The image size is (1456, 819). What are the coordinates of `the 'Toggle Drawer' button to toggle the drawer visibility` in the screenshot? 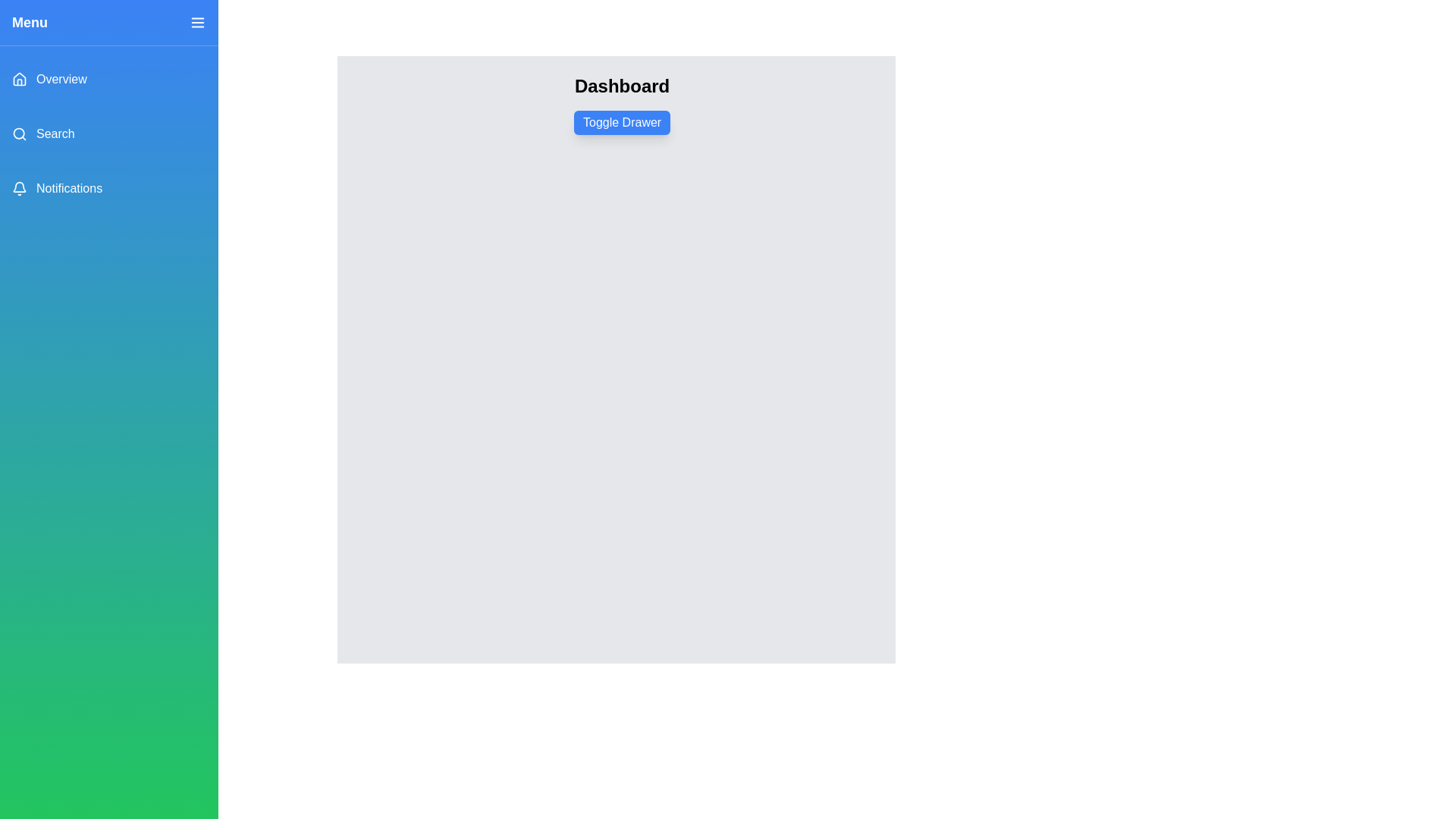 It's located at (622, 122).